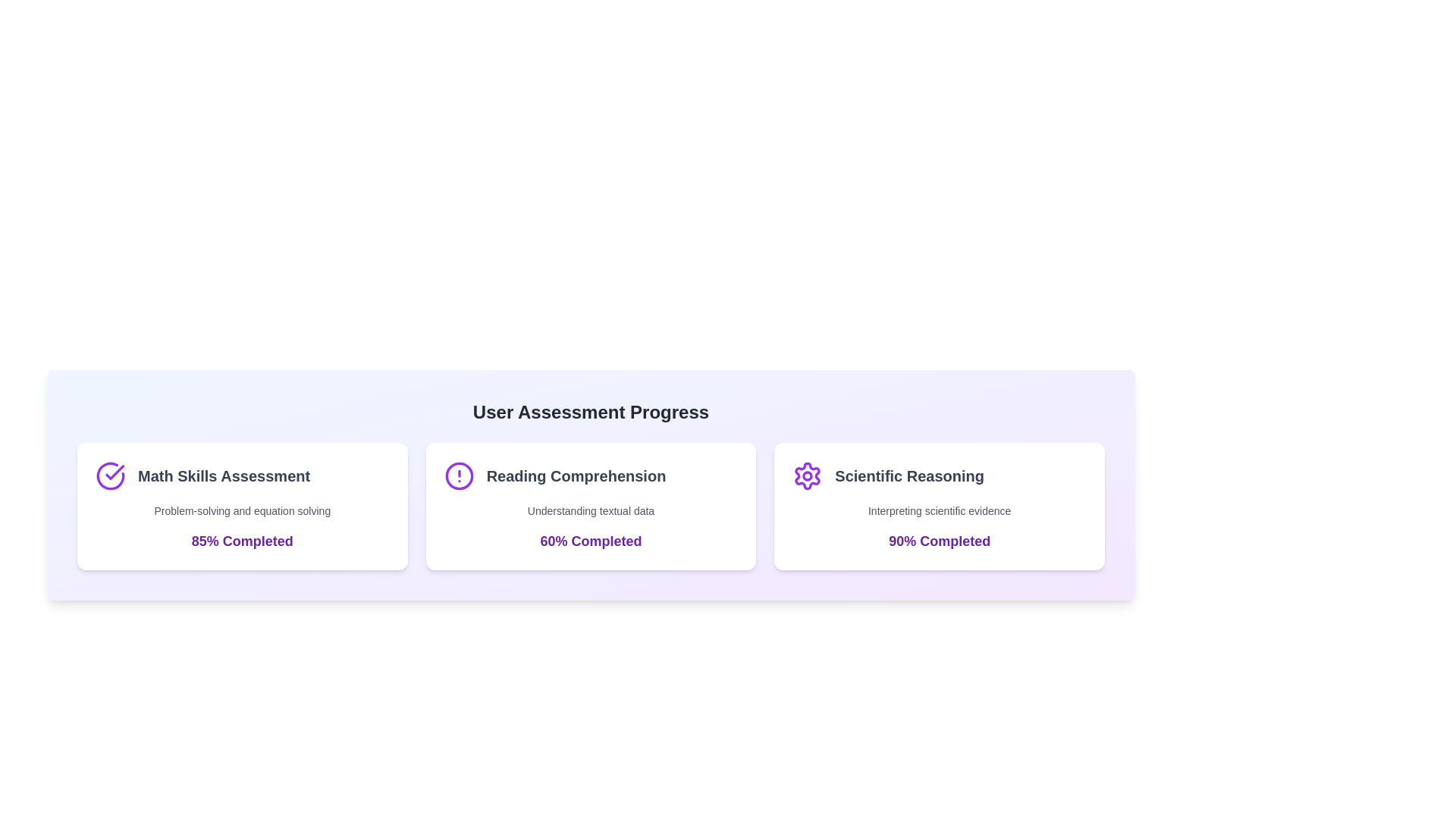 The image size is (1456, 819). I want to click on the Static Text Label that serves as a progress indicator in the 'Math Skills Assessment' section, located beneath the subtitle 'Problem-solving and equation solving', so click(241, 540).